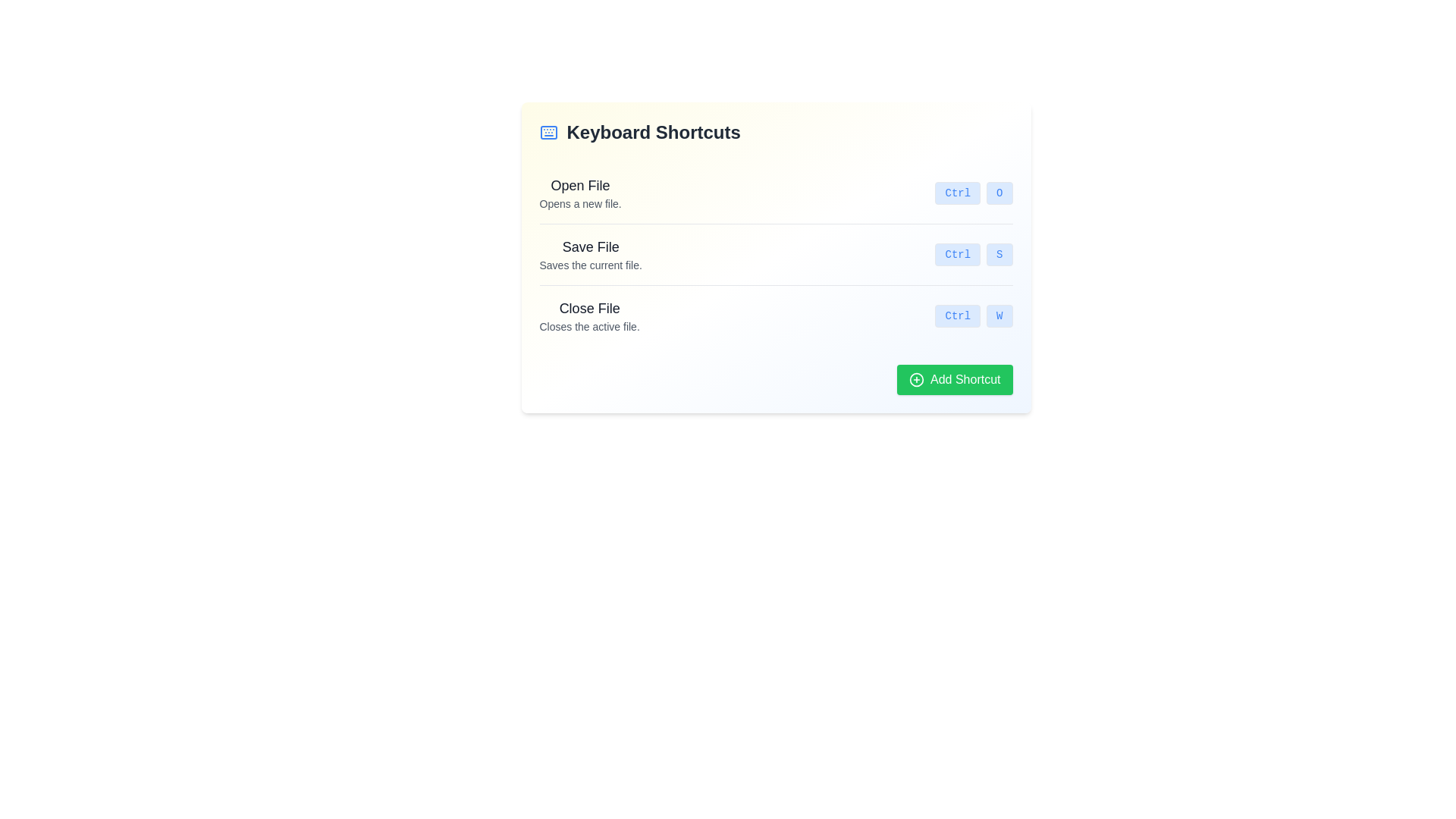  What do you see at coordinates (916, 379) in the screenshot?
I see `the 'Add Shortcut' button, which is represented by the green button located at the bottom right of the window, containing the Circle in Plus Icon as part of its design` at bounding box center [916, 379].